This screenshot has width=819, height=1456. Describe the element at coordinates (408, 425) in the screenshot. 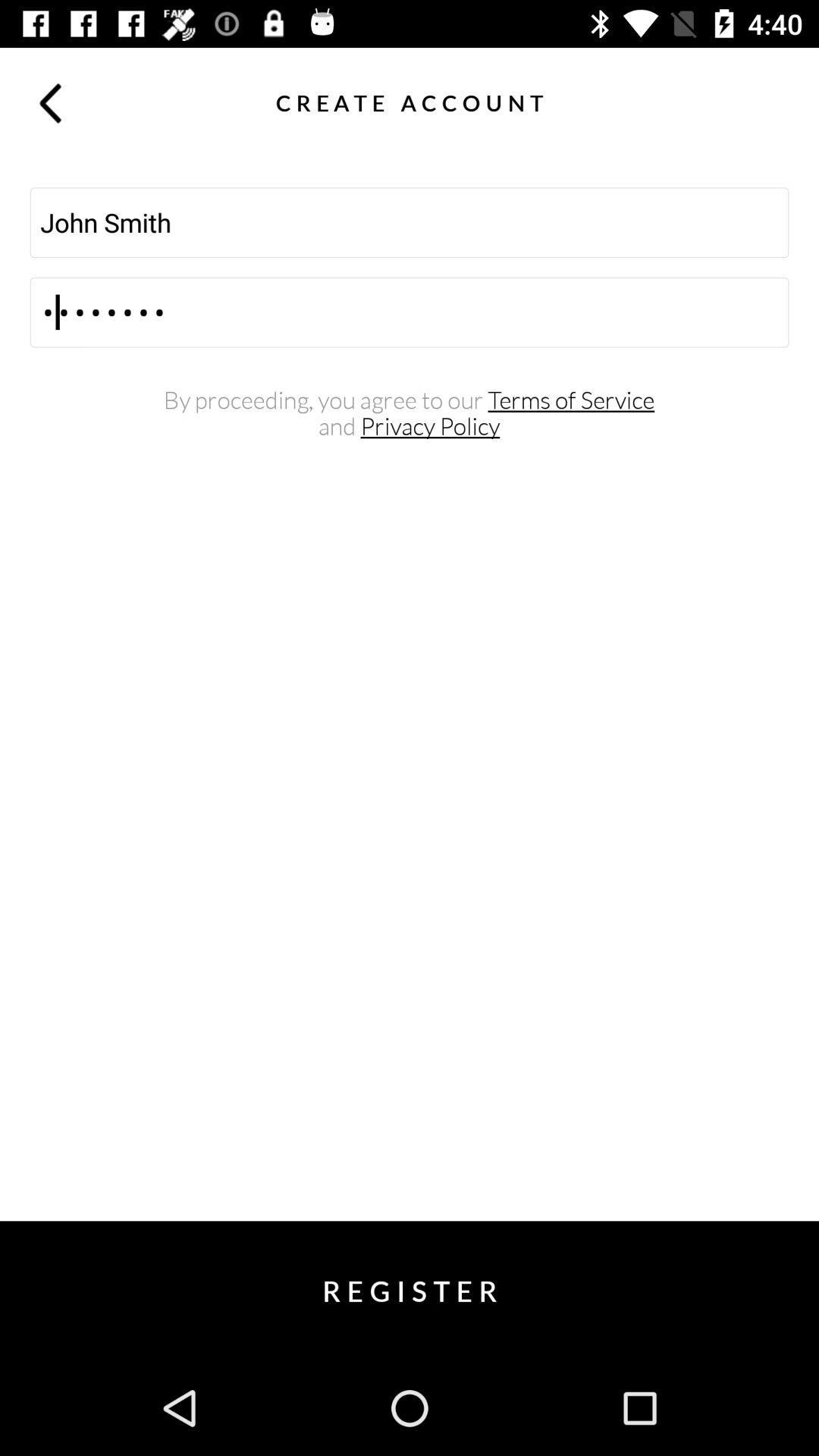

I see `icon below the by proceeding you icon` at that location.